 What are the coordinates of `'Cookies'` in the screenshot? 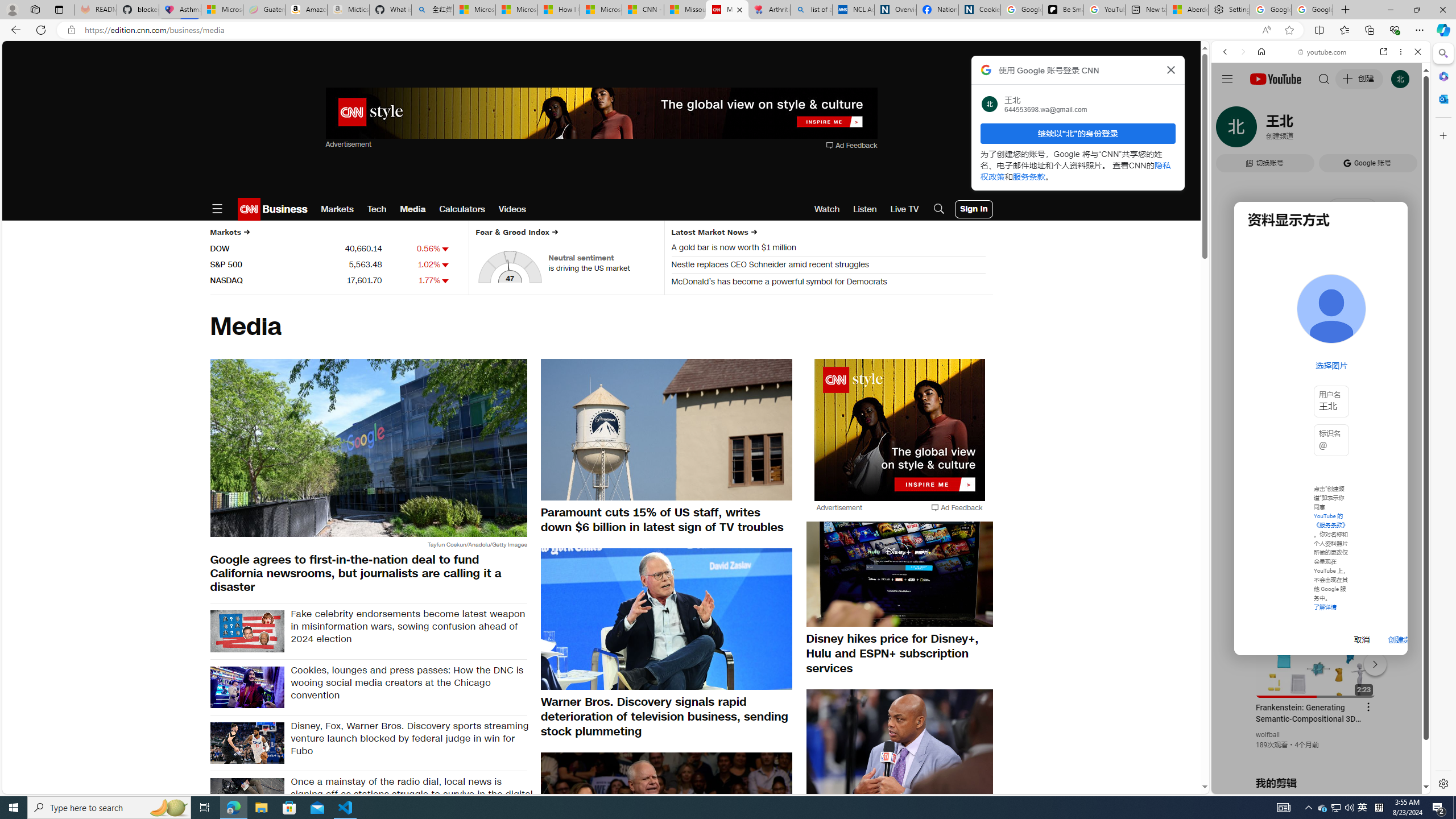 It's located at (979, 9).